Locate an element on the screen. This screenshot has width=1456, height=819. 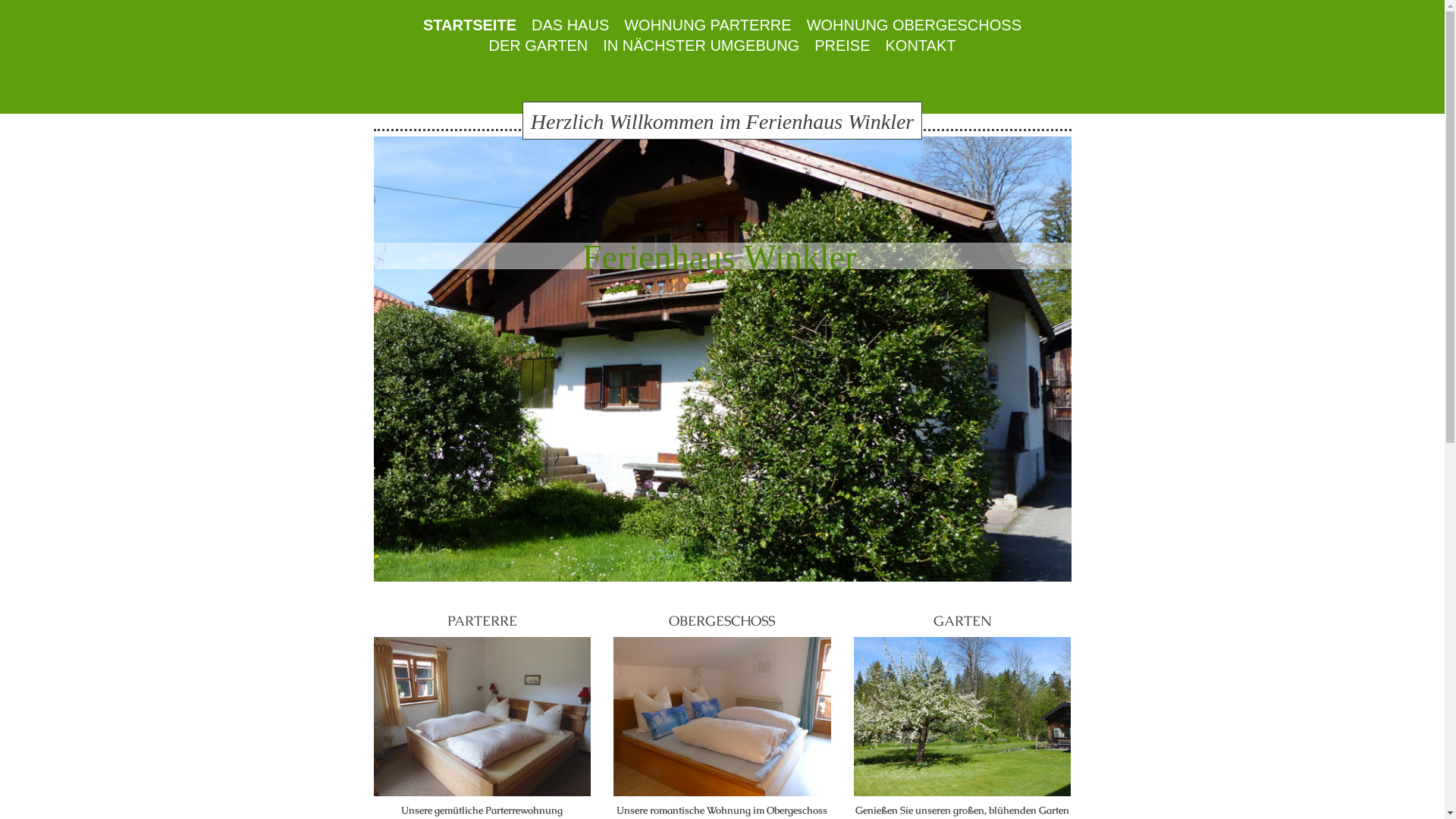
'DER GARTEN' is located at coordinates (538, 45).